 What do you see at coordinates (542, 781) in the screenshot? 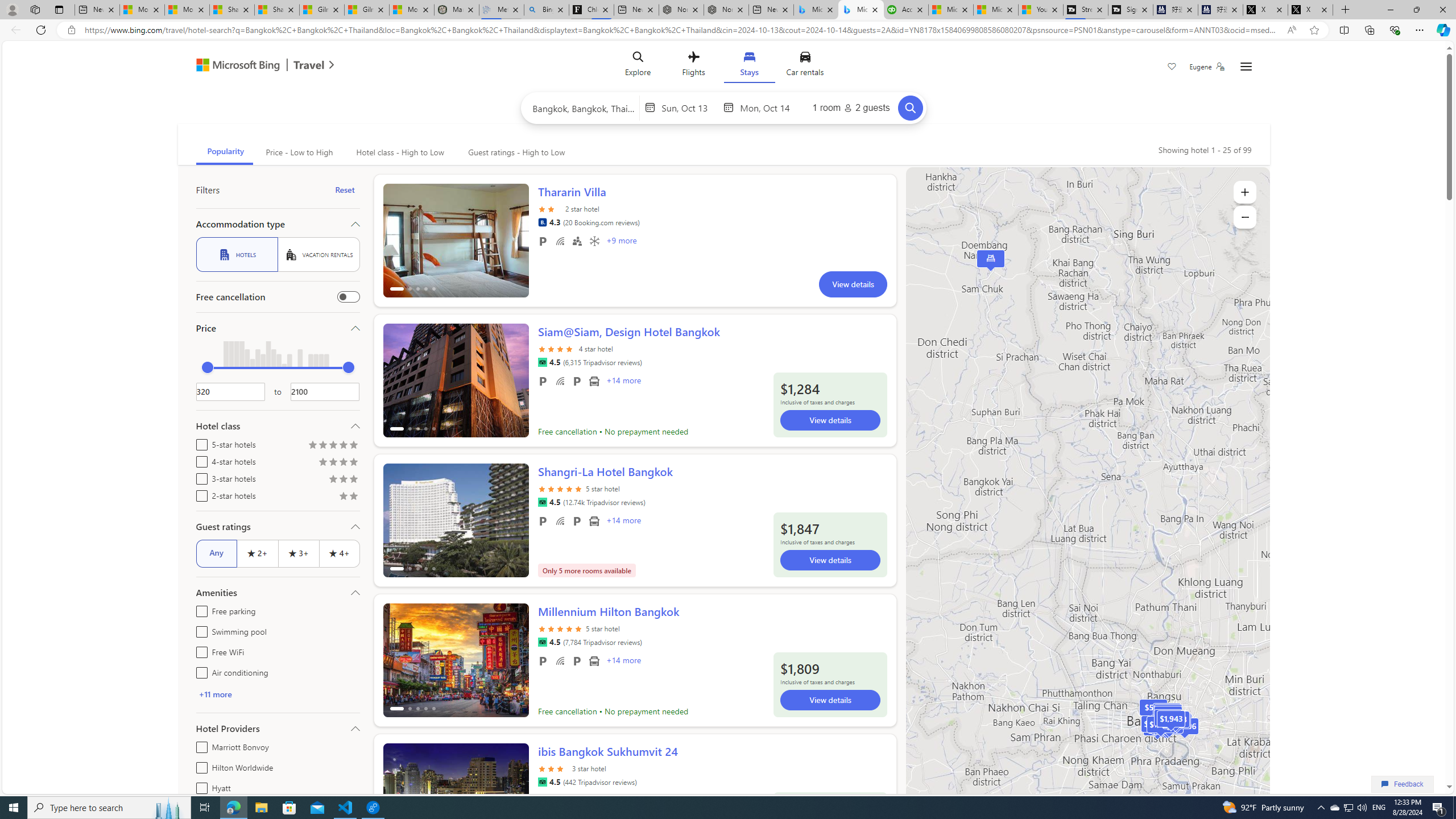
I see `'Tripadvisor'` at bounding box center [542, 781].